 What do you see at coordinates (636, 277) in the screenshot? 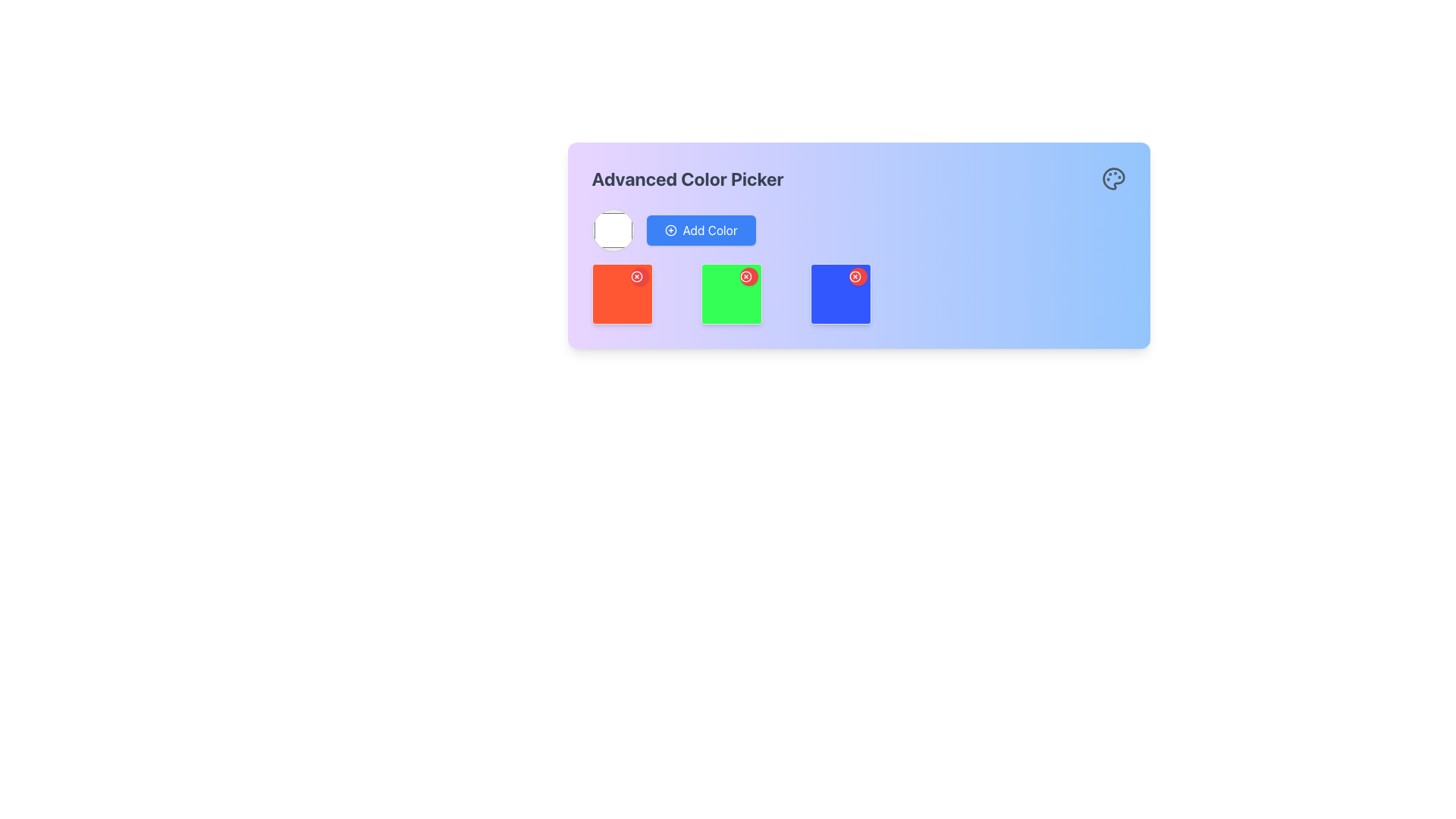
I see `the red circular icon with a white-bordered cross to potentially display a tooltip` at bounding box center [636, 277].